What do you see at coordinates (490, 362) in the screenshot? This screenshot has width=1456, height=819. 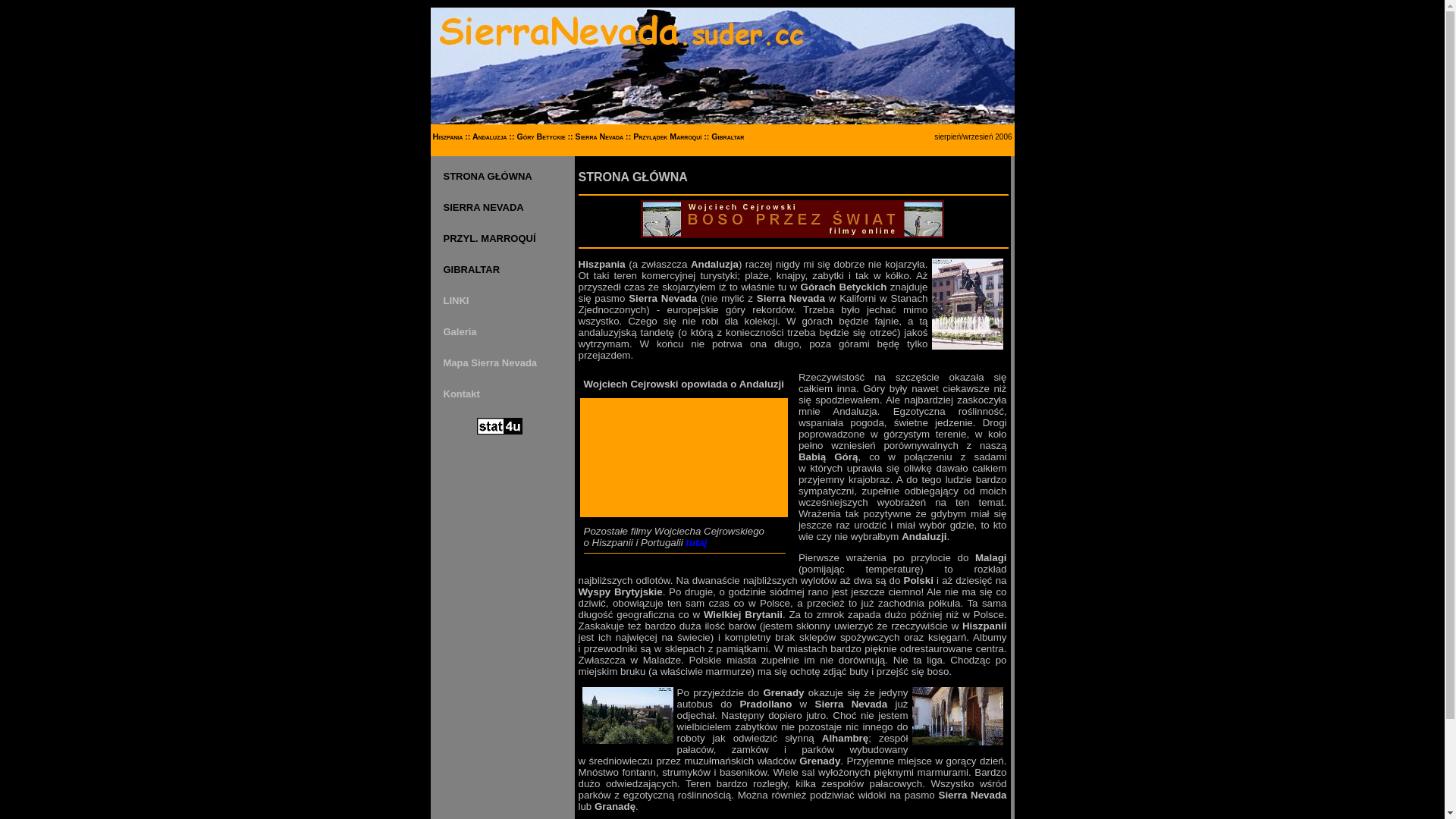 I see `'Mapa Sierra Nevada'` at bounding box center [490, 362].